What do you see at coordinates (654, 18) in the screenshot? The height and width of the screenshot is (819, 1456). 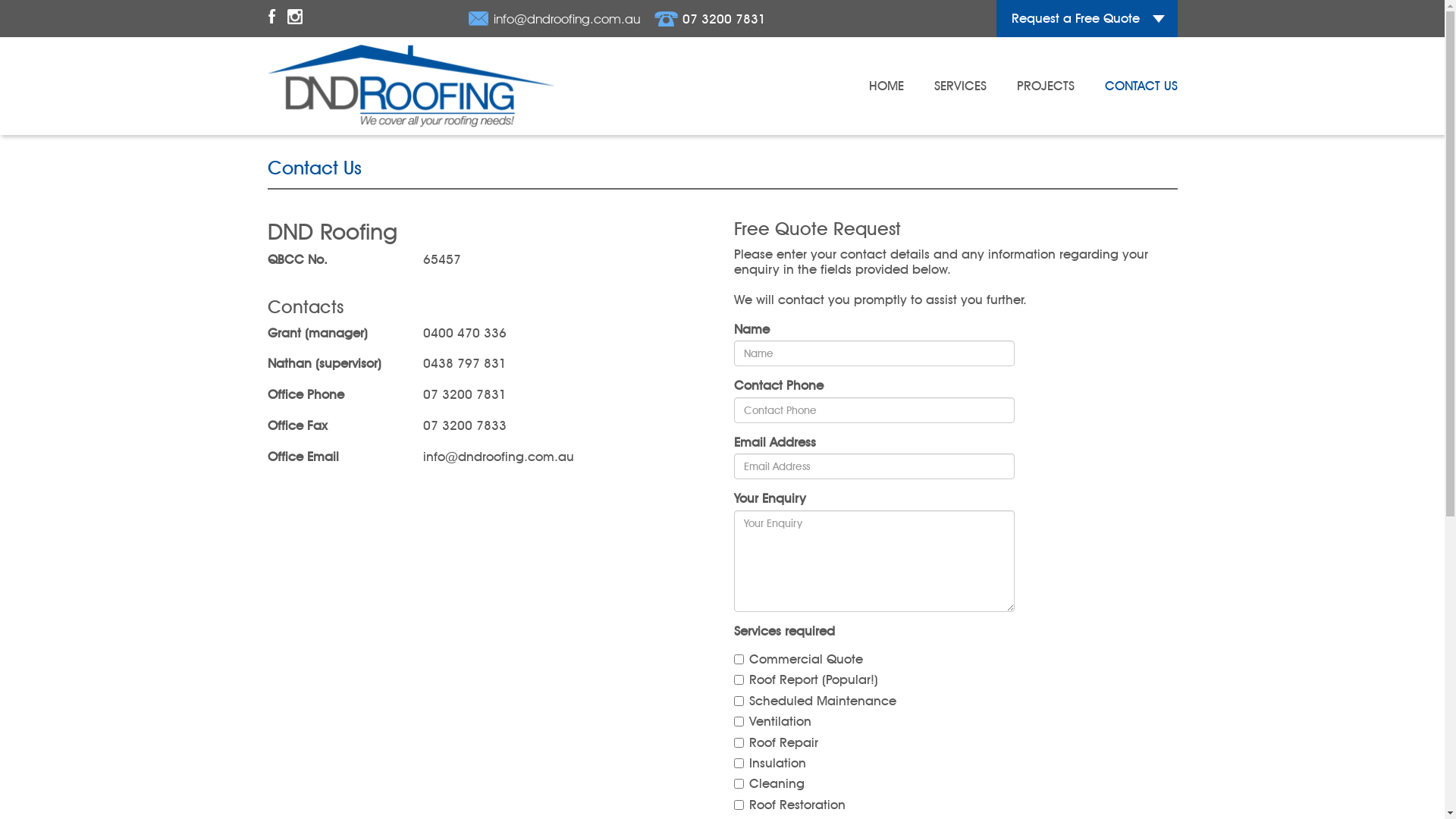 I see `'07 3200 7831'` at bounding box center [654, 18].